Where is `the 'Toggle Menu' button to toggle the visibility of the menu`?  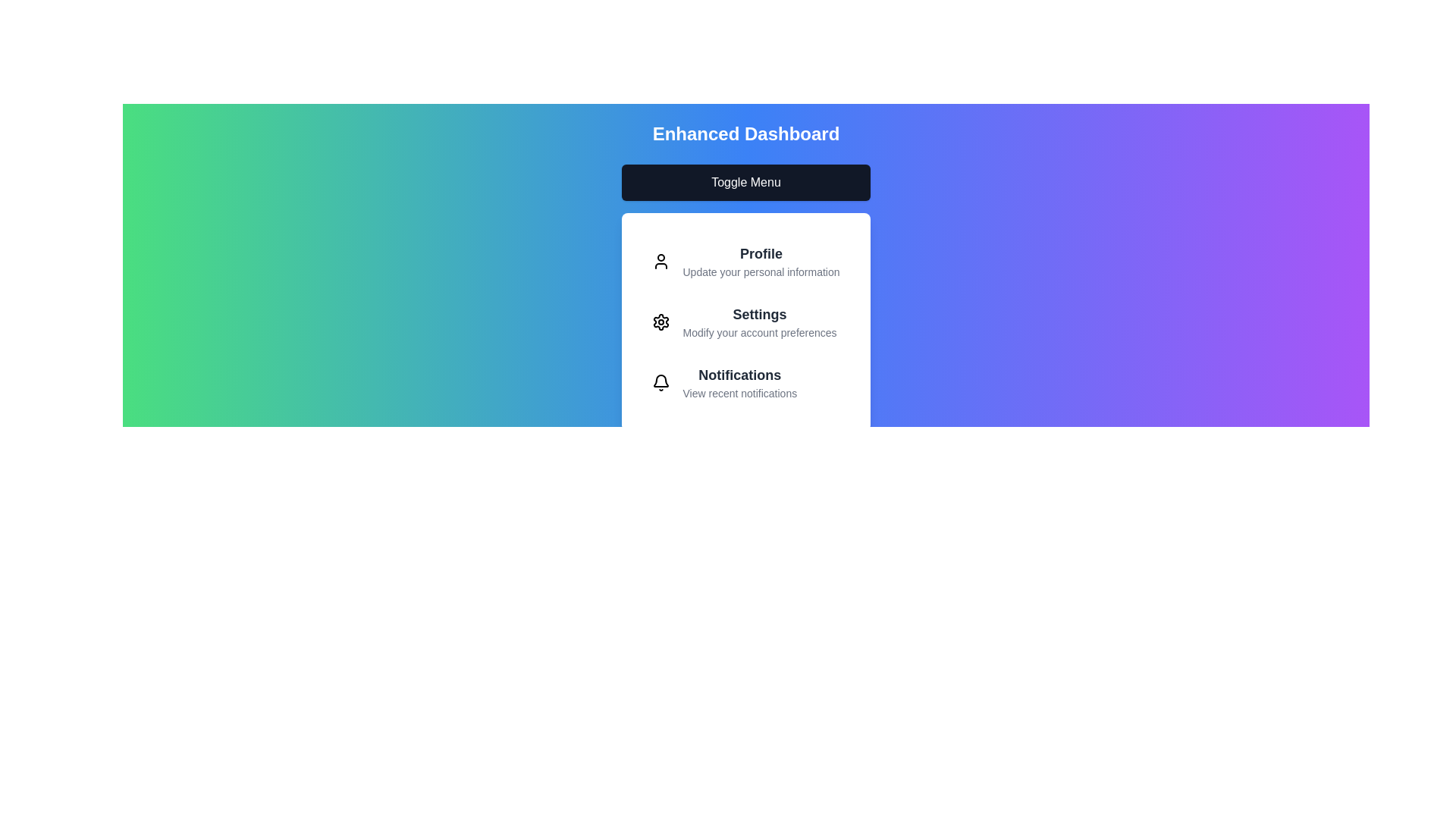 the 'Toggle Menu' button to toggle the visibility of the menu is located at coordinates (745, 181).